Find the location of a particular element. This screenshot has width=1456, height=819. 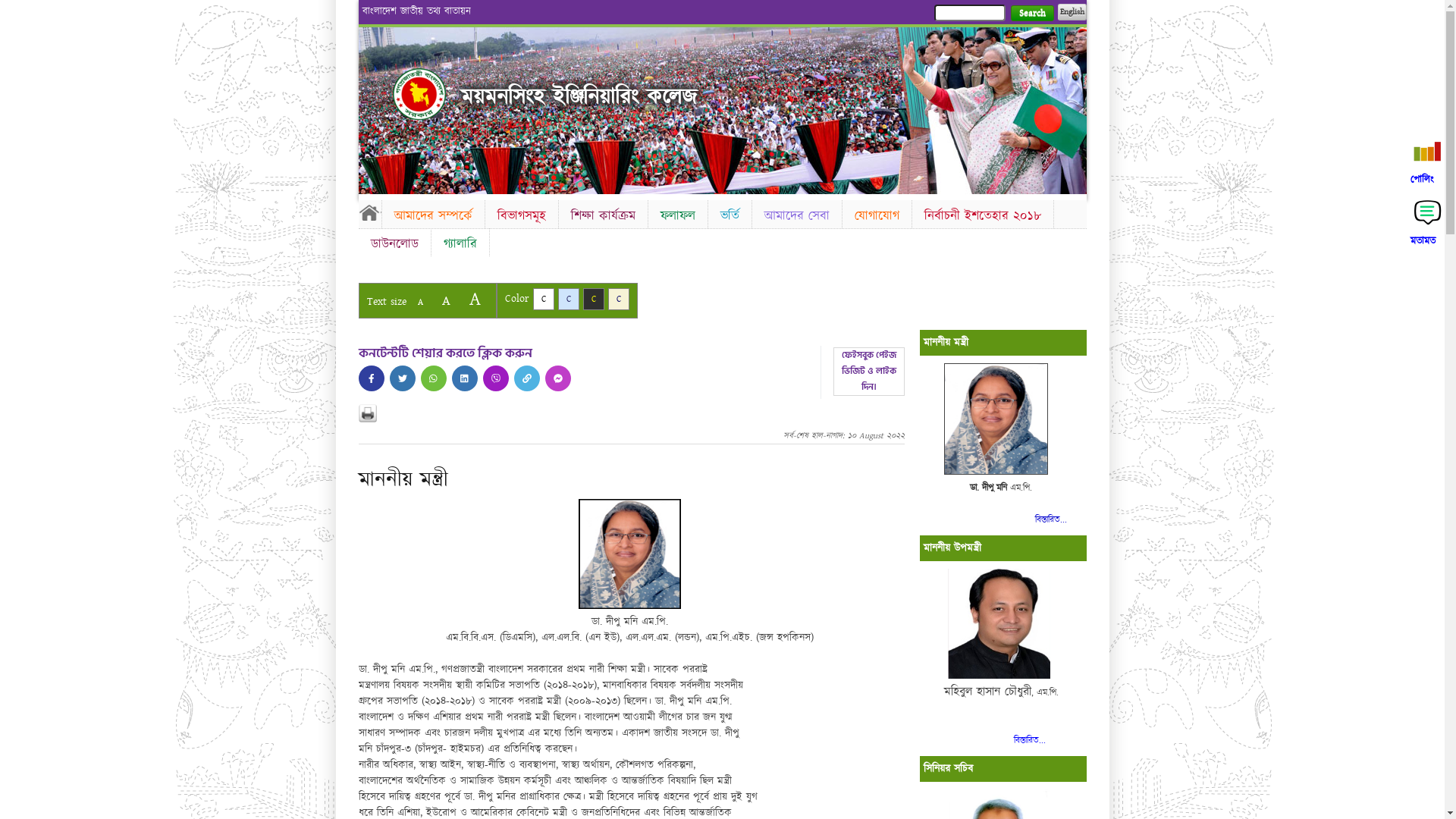

'Home' is located at coordinates (369, 212).